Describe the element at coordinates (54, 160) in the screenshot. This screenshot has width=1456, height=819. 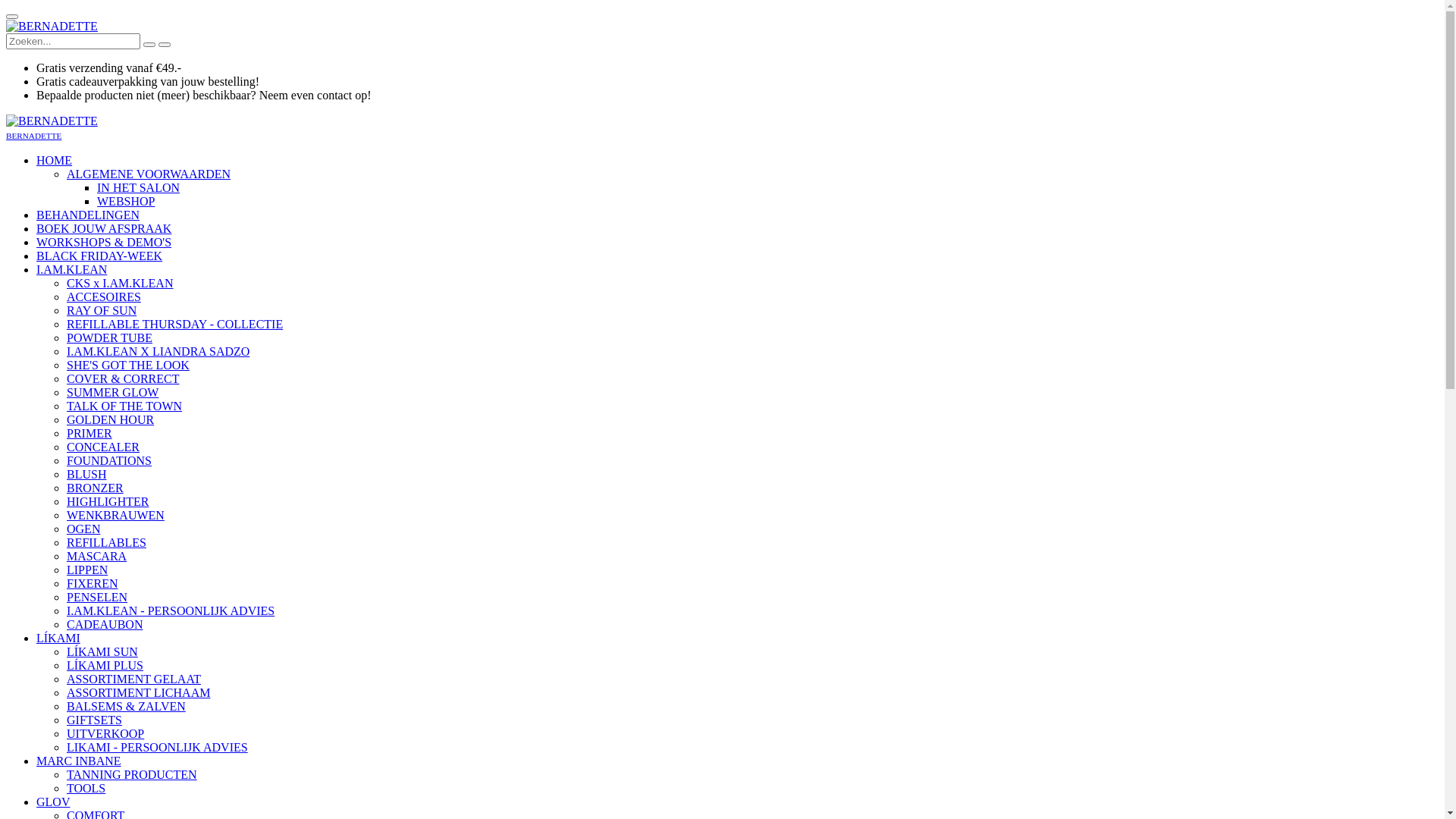
I see `'HOME'` at that location.